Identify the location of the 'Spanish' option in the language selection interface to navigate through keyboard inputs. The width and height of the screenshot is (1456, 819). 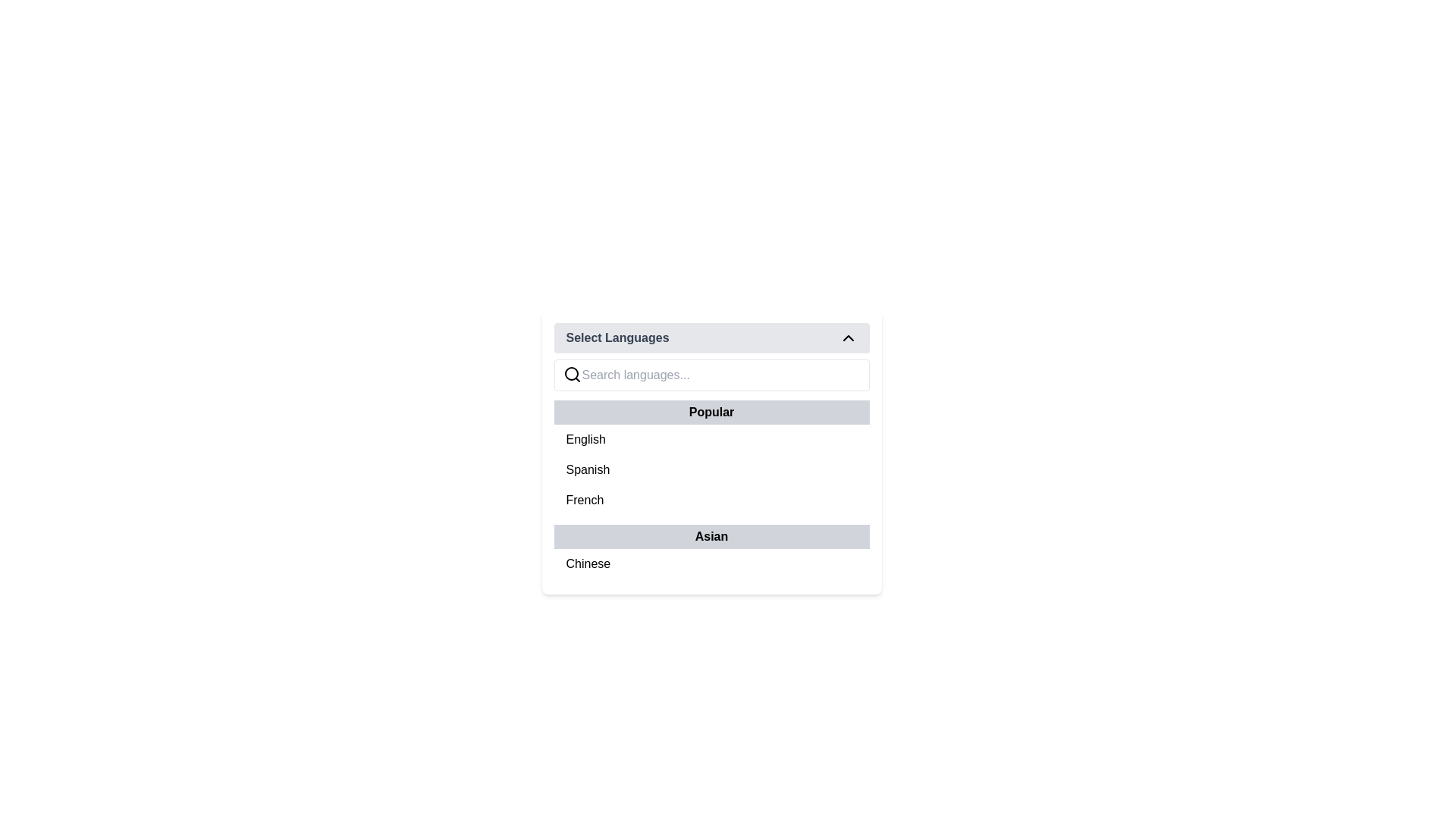
(711, 469).